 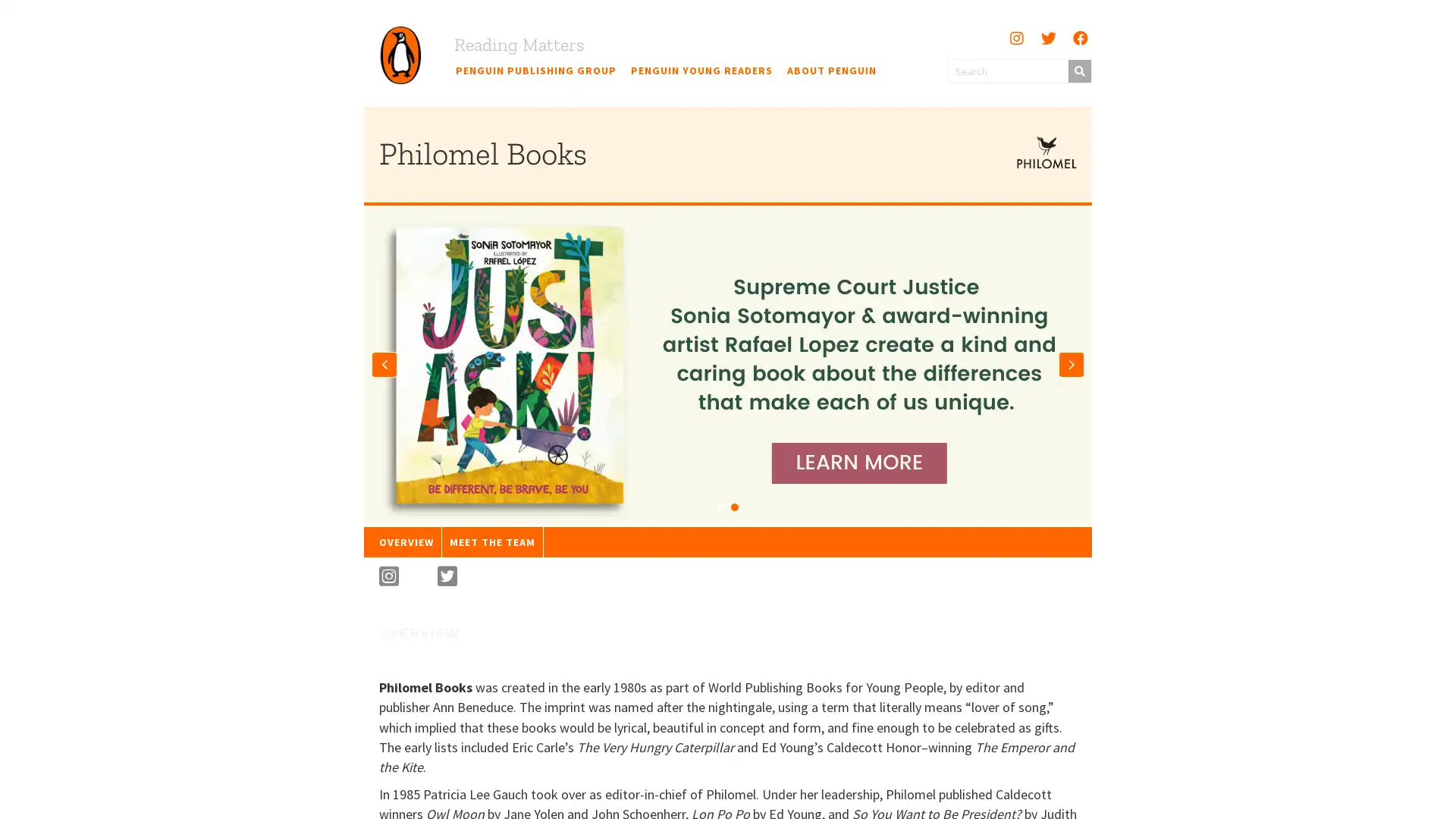 I want to click on Previous slide, so click(x=384, y=363).